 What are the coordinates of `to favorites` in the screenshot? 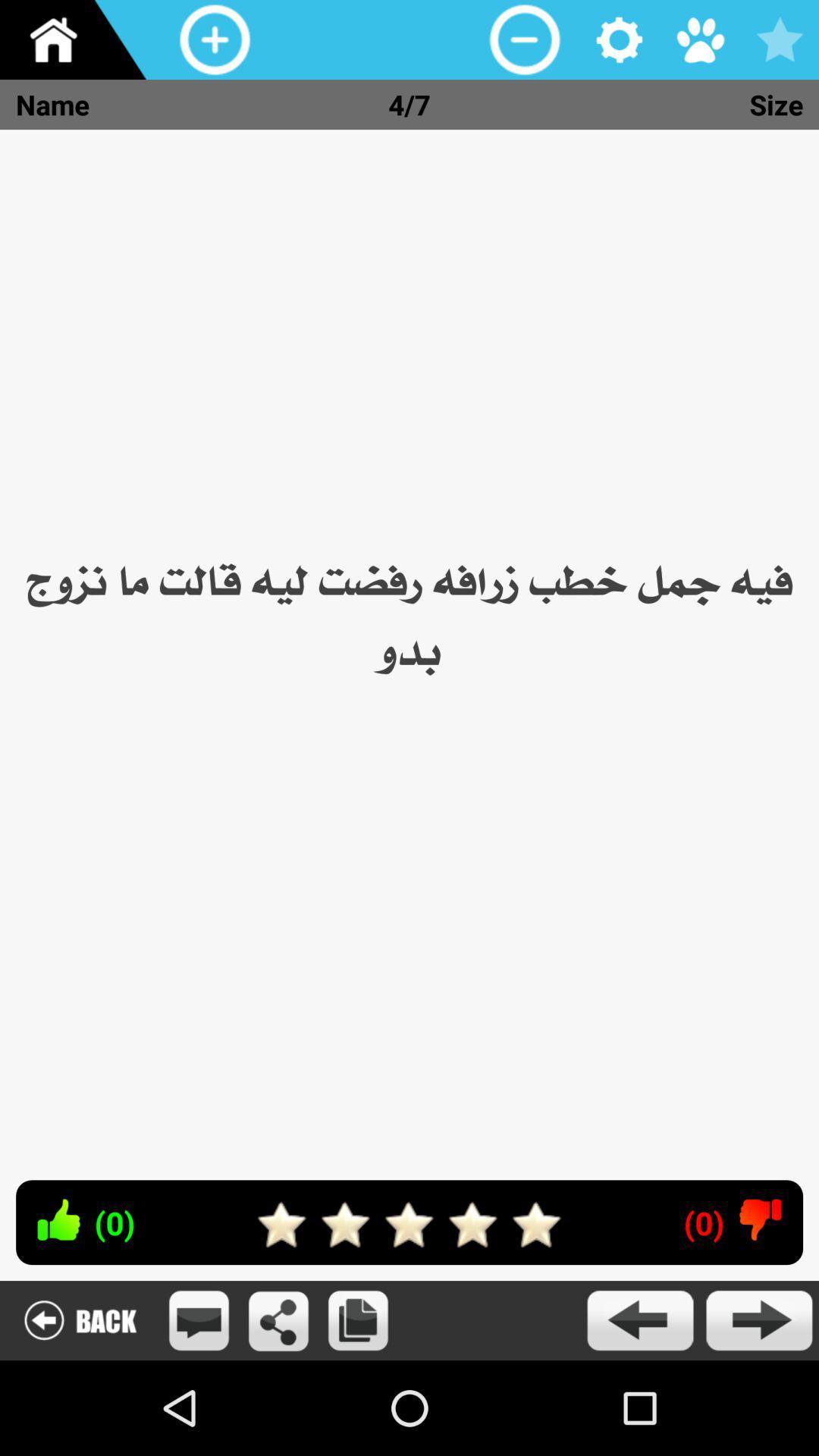 It's located at (779, 39).